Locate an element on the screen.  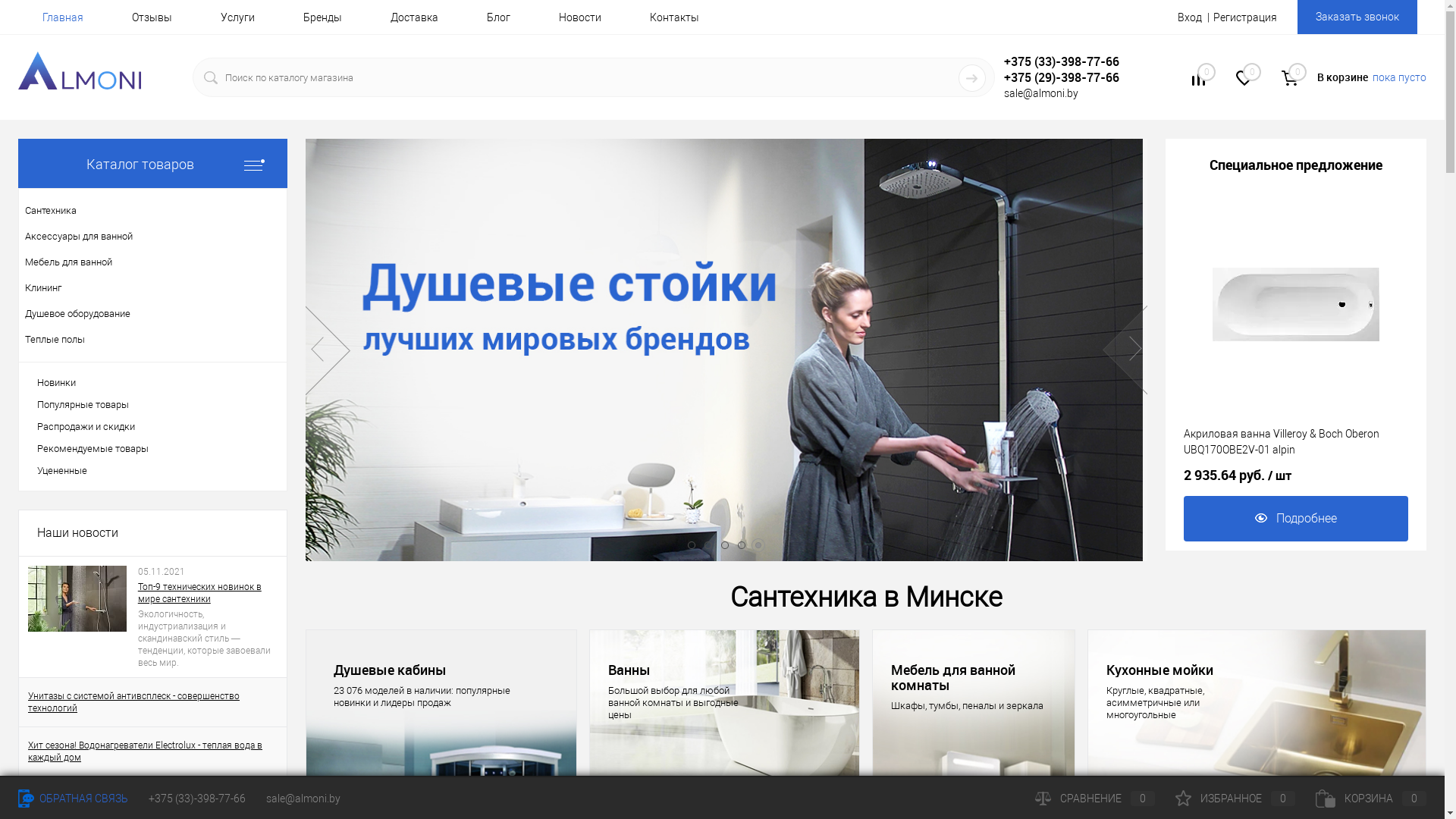
'Y' is located at coordinates (971, 78).